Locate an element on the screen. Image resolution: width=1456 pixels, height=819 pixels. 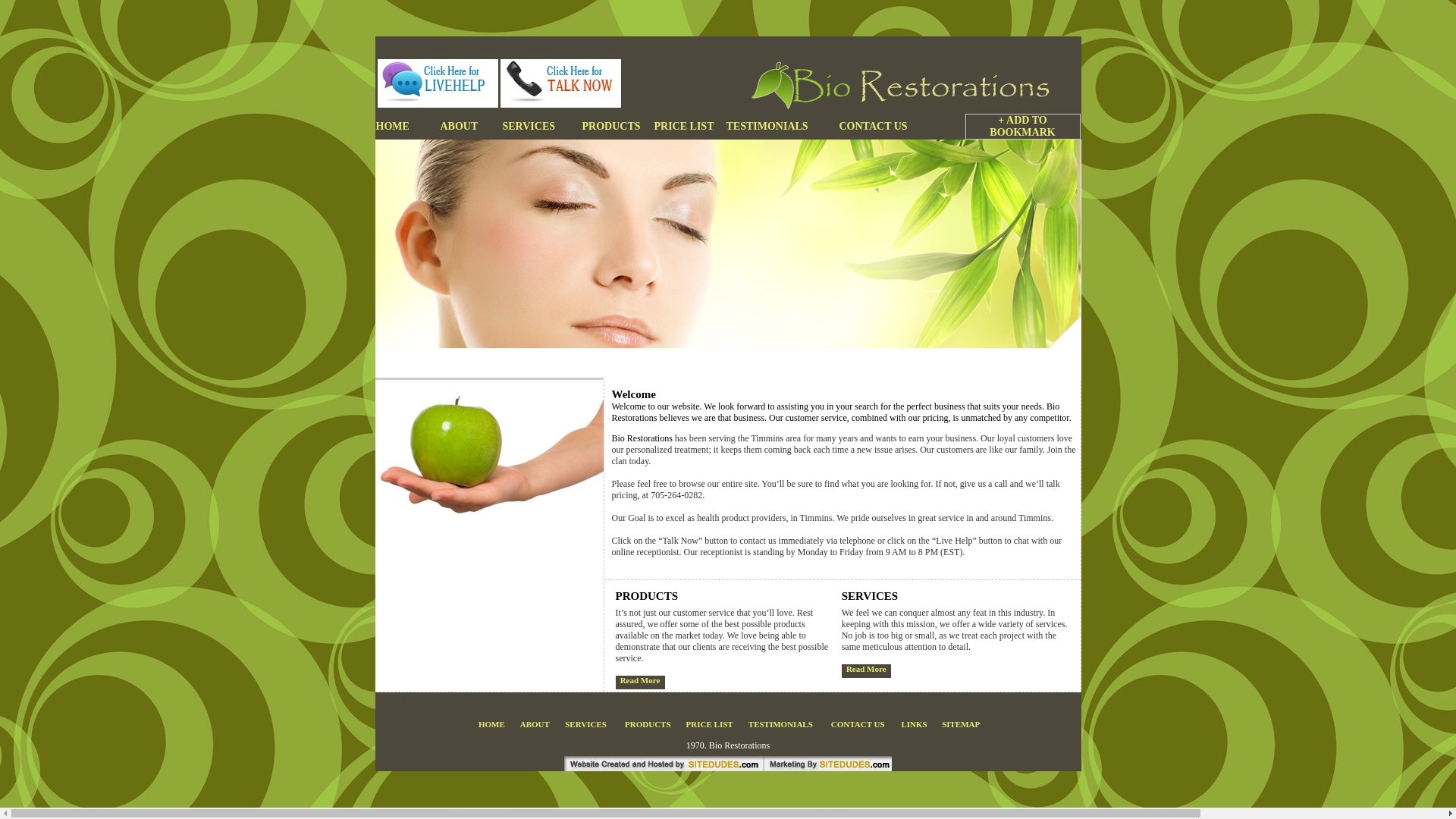
'PRICE LIST' is located at coordinates (709, 723).